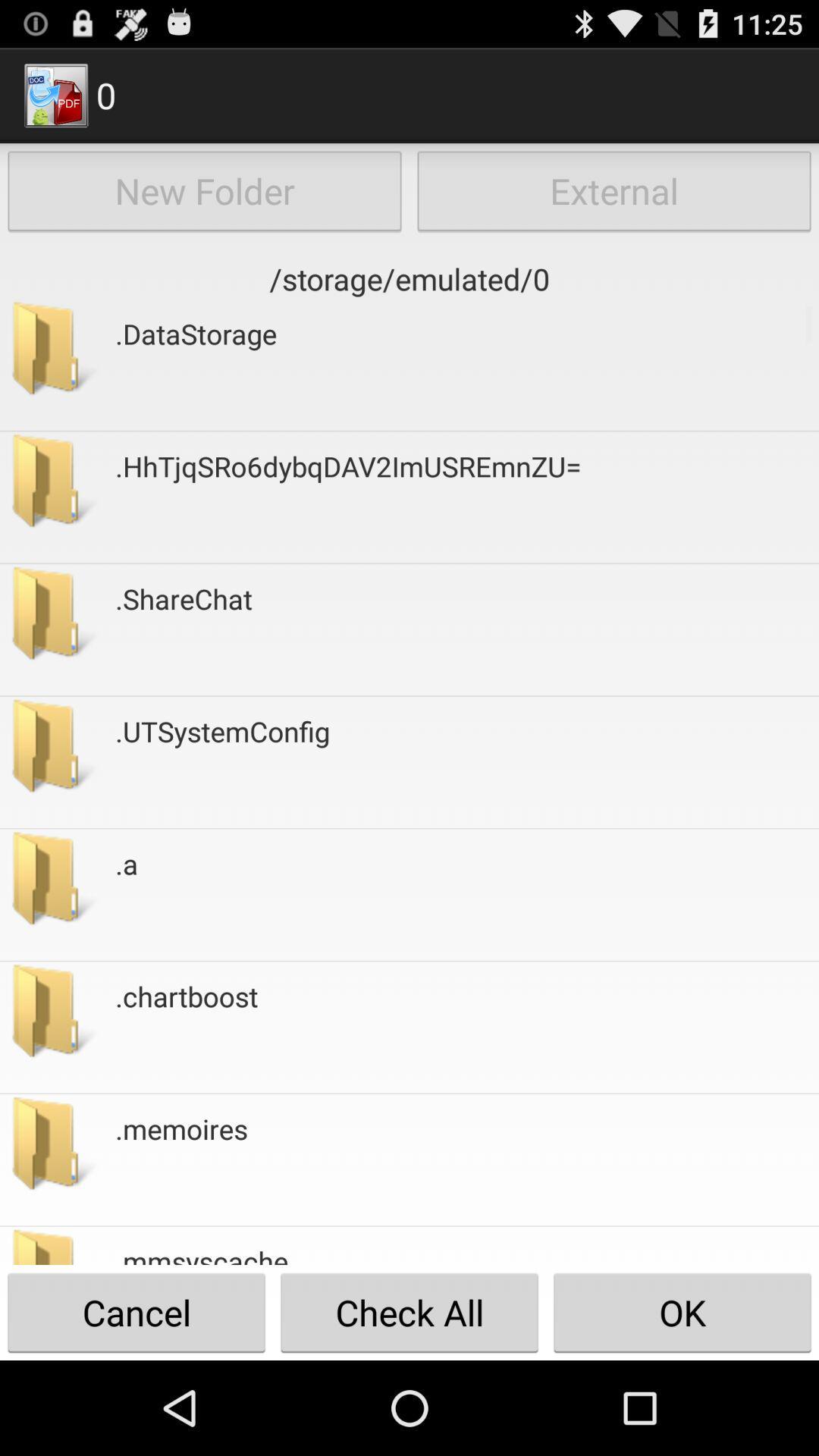  I want to click on cancel icon, so click(136, 1312).